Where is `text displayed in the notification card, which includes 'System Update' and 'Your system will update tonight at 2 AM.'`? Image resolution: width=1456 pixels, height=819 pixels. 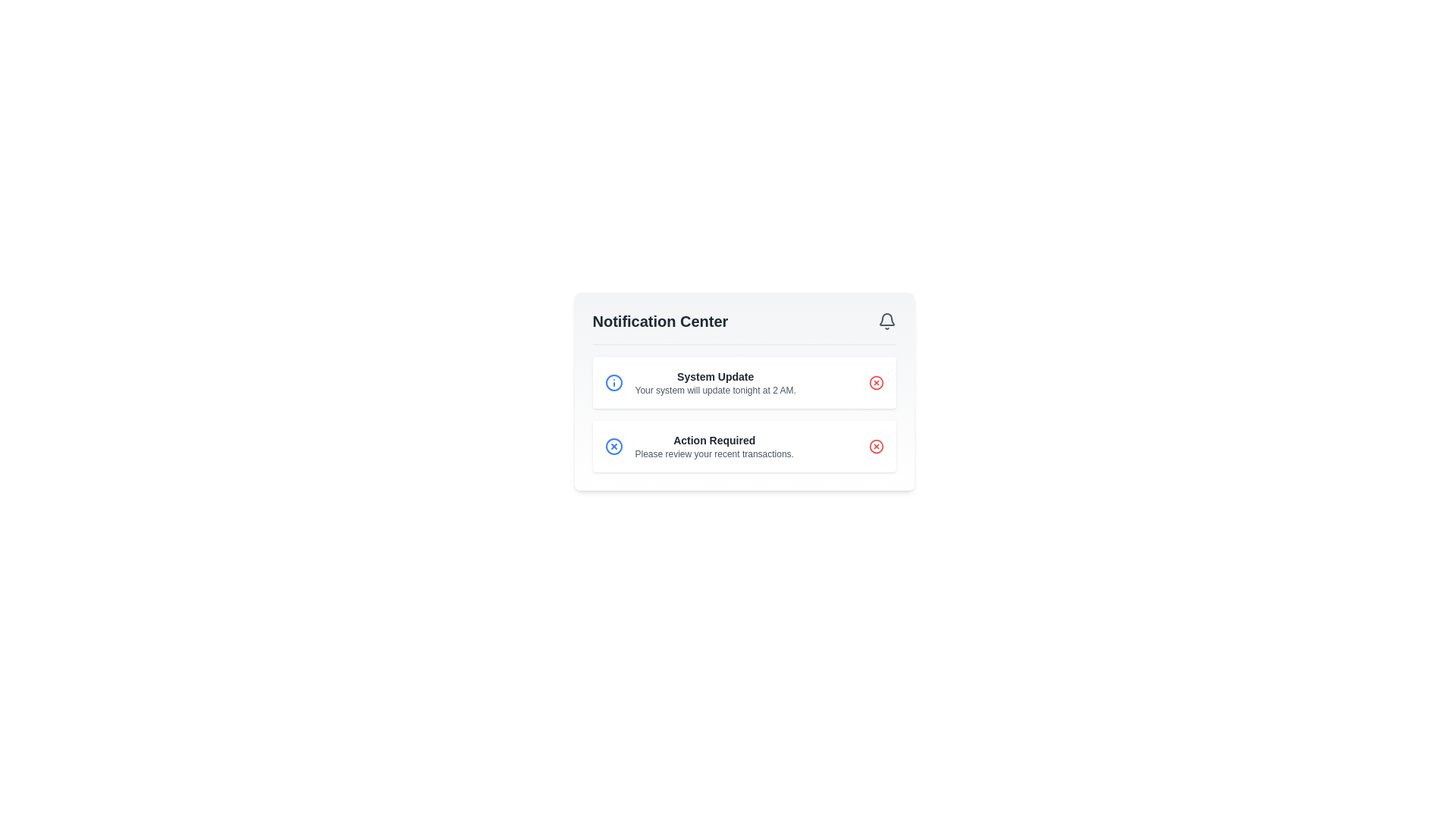 text displayed in the notification card, which includes 'System Update' and 'Your system will update tonight at 2 AM.' is located at coordinates (714, 382).